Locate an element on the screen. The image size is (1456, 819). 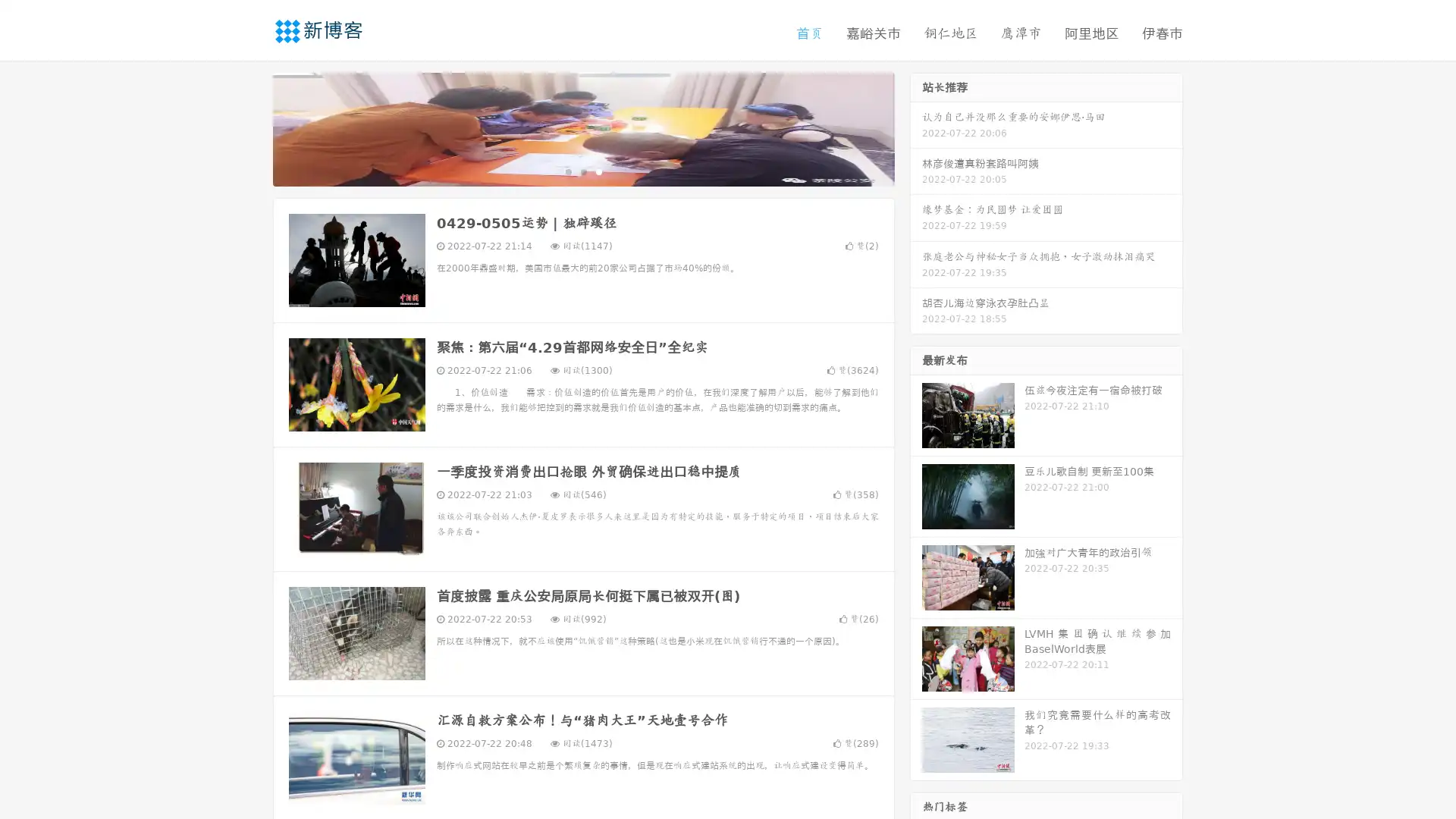
Go to slide 2 is located at coordinates (582, 171).